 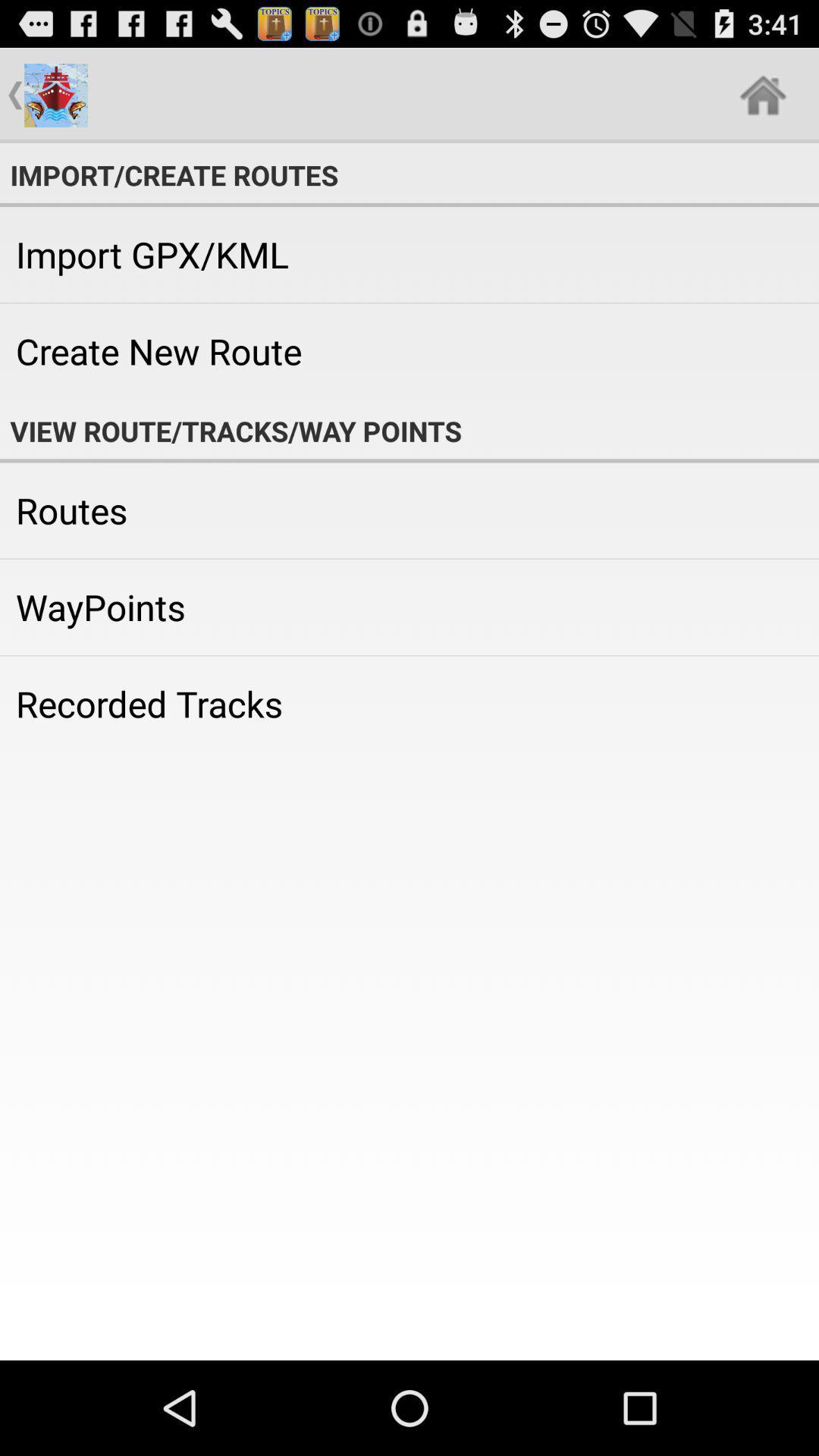 What do you see at coordinates (409, 607) in the screenshot?
I see `the icon above recorded tracks app` at bounding box center [409, 607].